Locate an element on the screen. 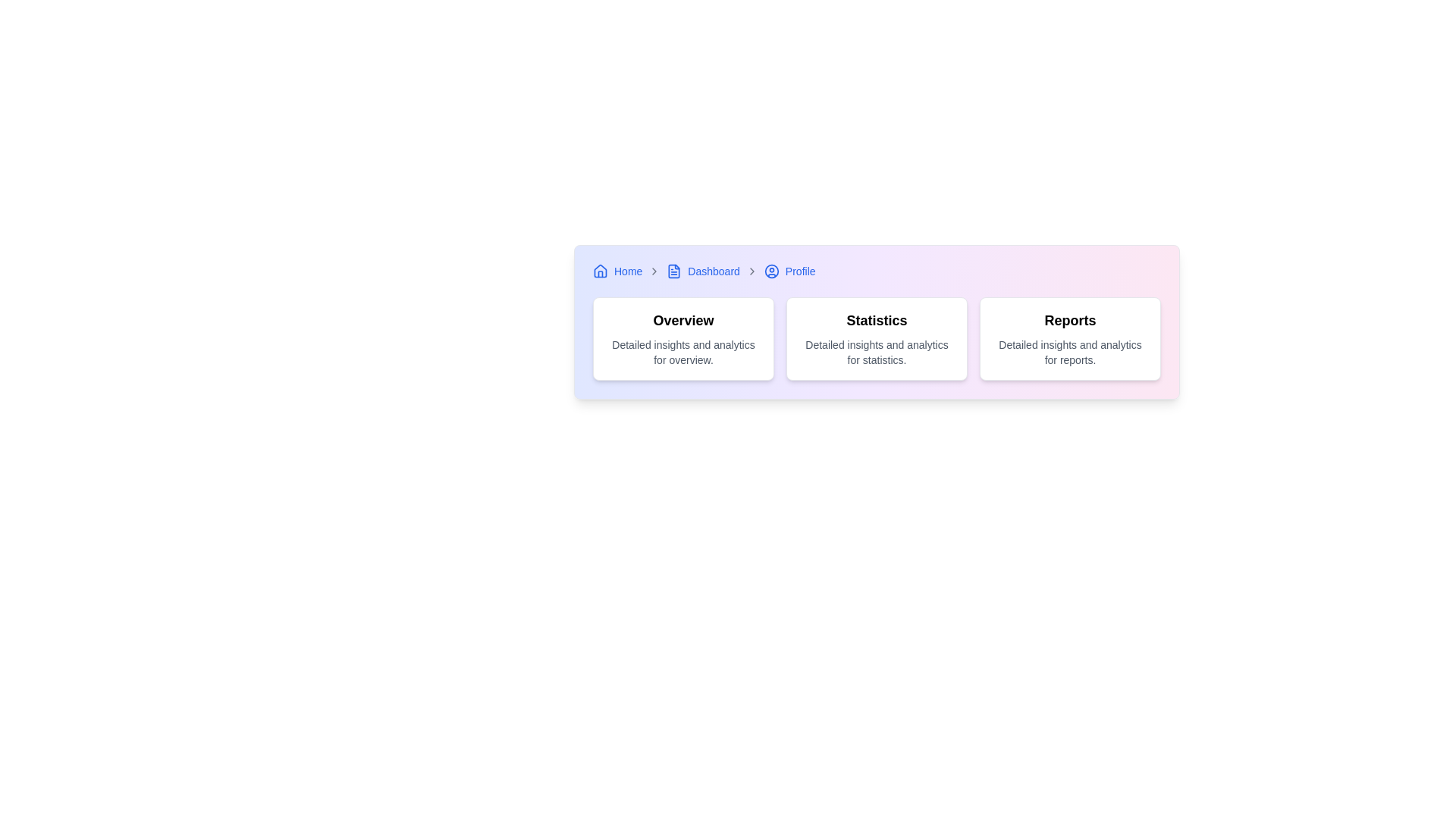 Image resolution: width=1456 pixels, height=819 pixels. the rightmost informational card related to reports in the horizontally aligned grid of cards is located at coordinates (1069, 338).